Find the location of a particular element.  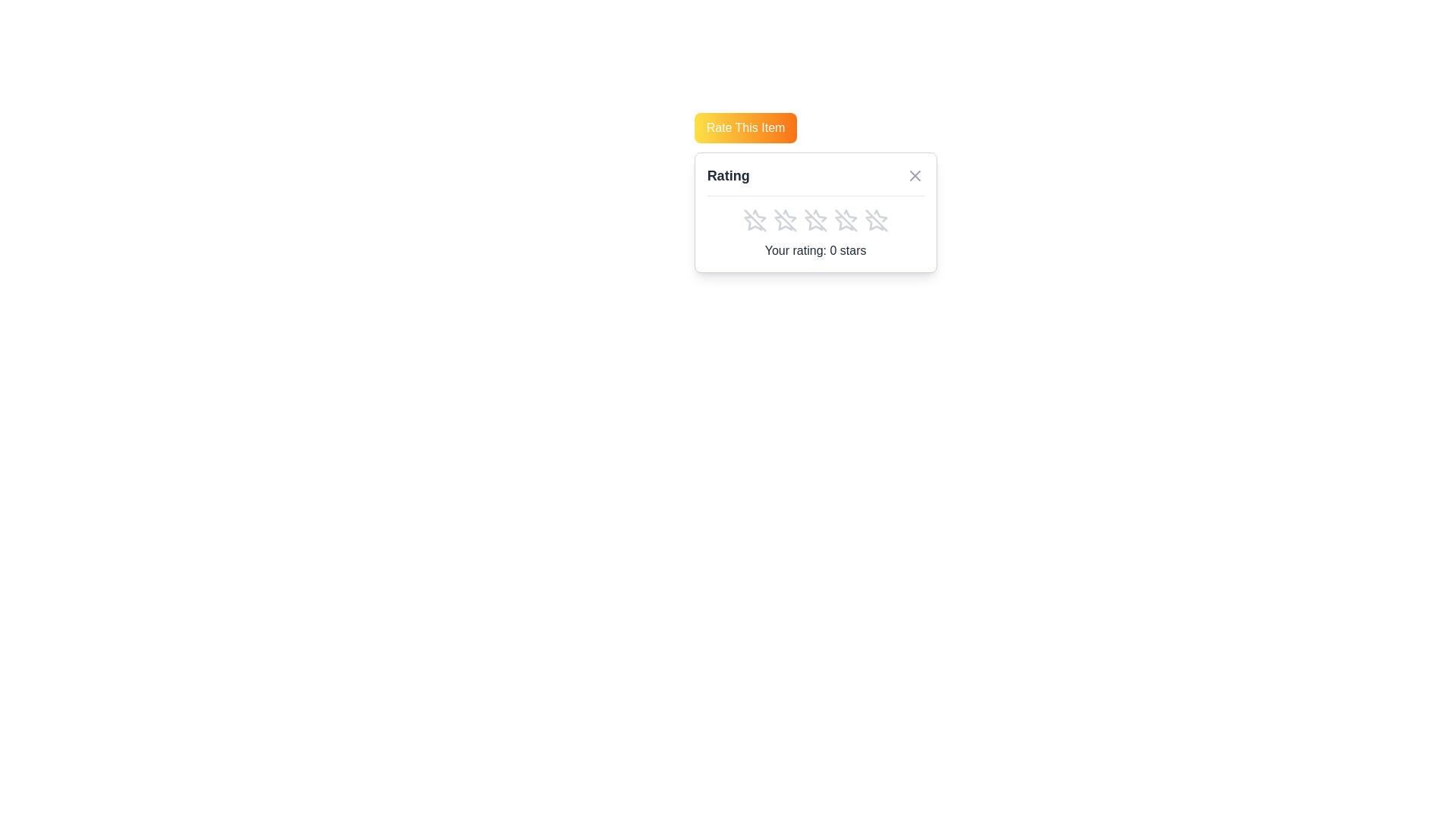

the second gray star icon with a crossed-out appearance is located at coordinates (785, 220).